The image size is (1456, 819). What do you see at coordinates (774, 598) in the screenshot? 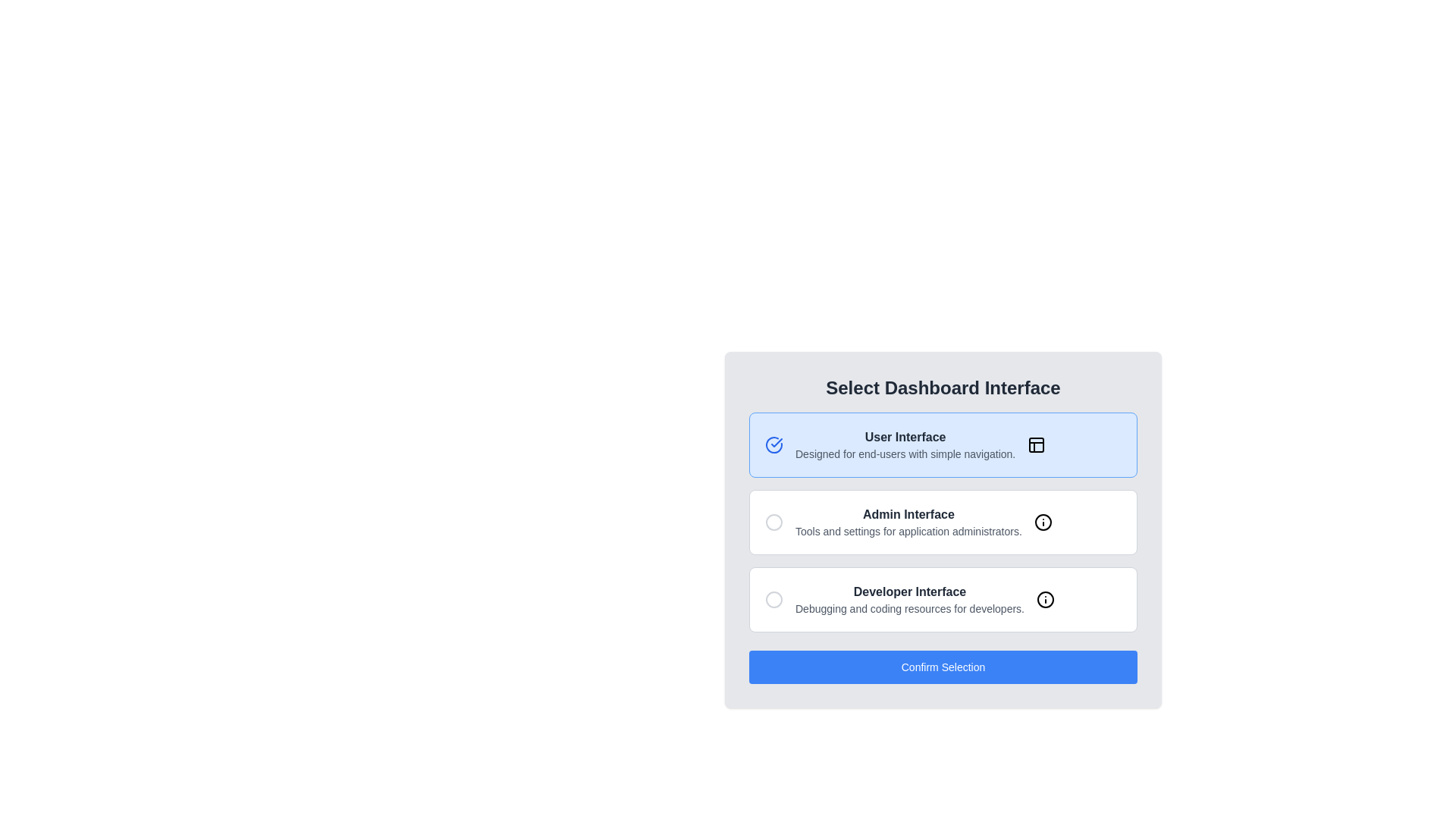
I see `the center of the Decorative circle icon, which is the leading circular icon of the row labeled 'Developer Interface'` at bounding box center [774, 598].